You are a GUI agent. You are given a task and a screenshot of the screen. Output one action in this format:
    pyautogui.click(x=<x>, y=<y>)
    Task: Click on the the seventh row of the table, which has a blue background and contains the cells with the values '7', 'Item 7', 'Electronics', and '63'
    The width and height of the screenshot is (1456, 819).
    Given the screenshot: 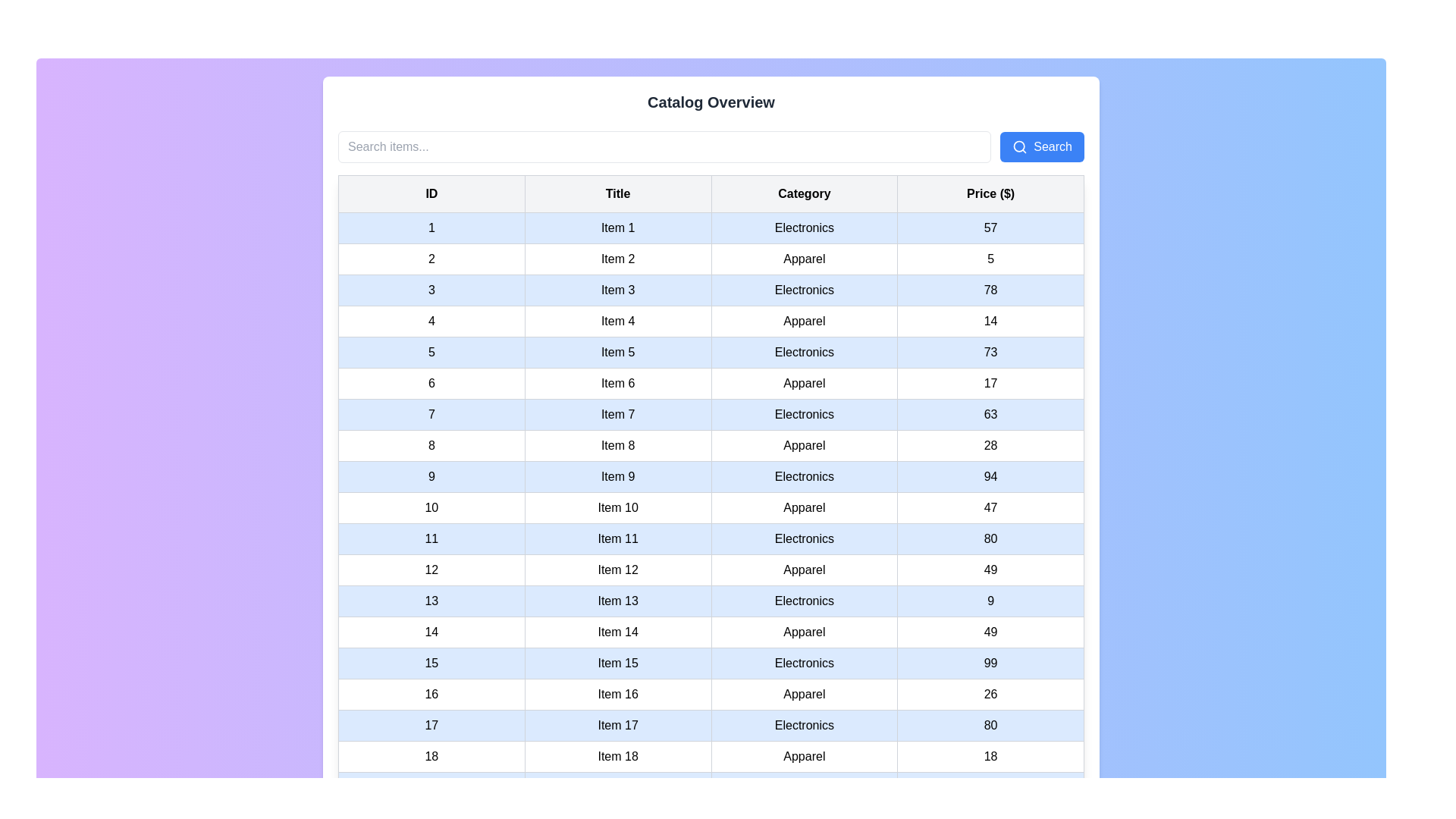 What is the action you would take?
    pyautogui.click(x=710, y=415)
    